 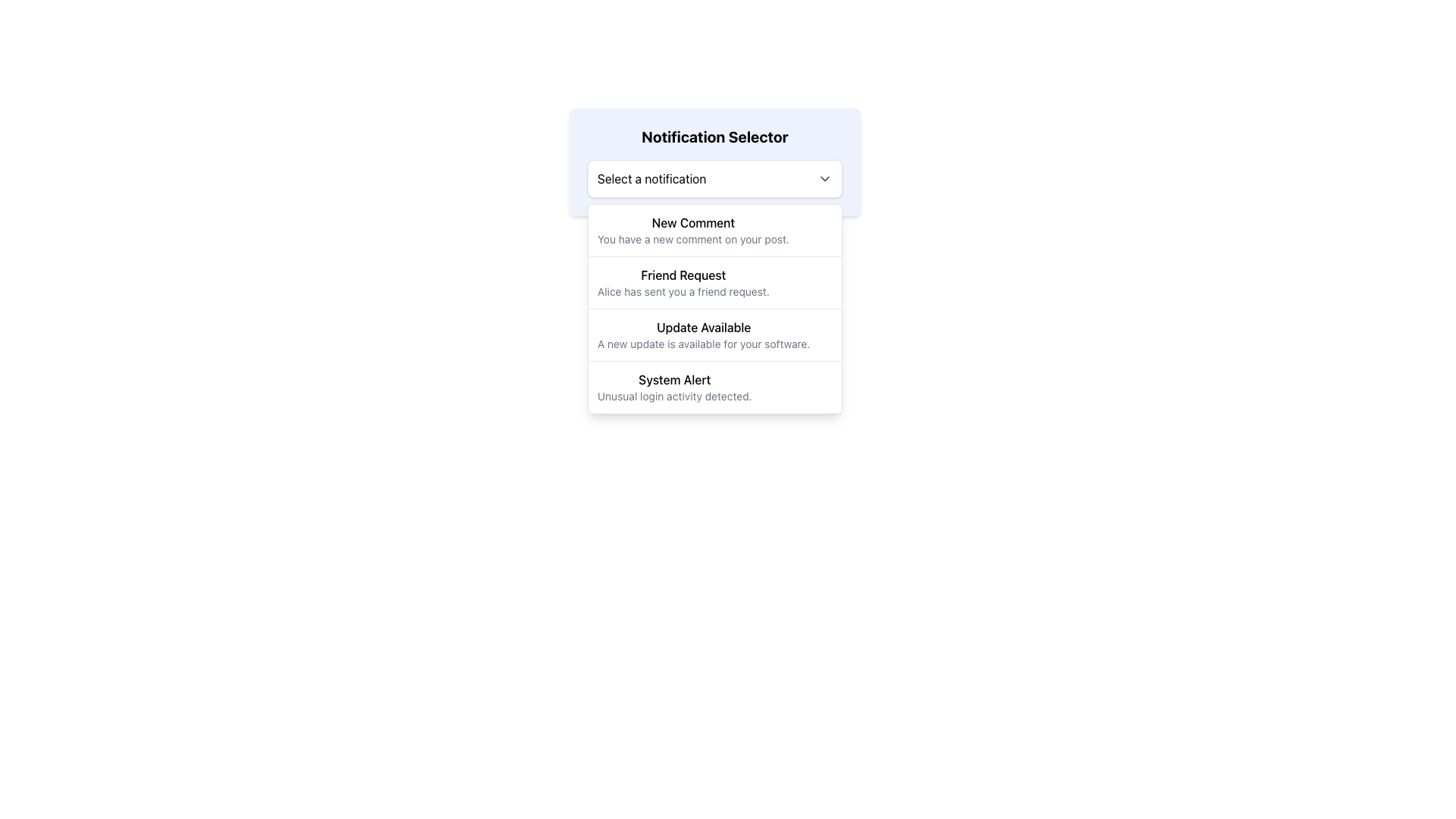 I want to click on the Text Label that indicates additional information about a new comment notification, located directly below the 'New Comment' heading in the top notification card of the 'Notification Selector' component, so click(x=692, y=239).